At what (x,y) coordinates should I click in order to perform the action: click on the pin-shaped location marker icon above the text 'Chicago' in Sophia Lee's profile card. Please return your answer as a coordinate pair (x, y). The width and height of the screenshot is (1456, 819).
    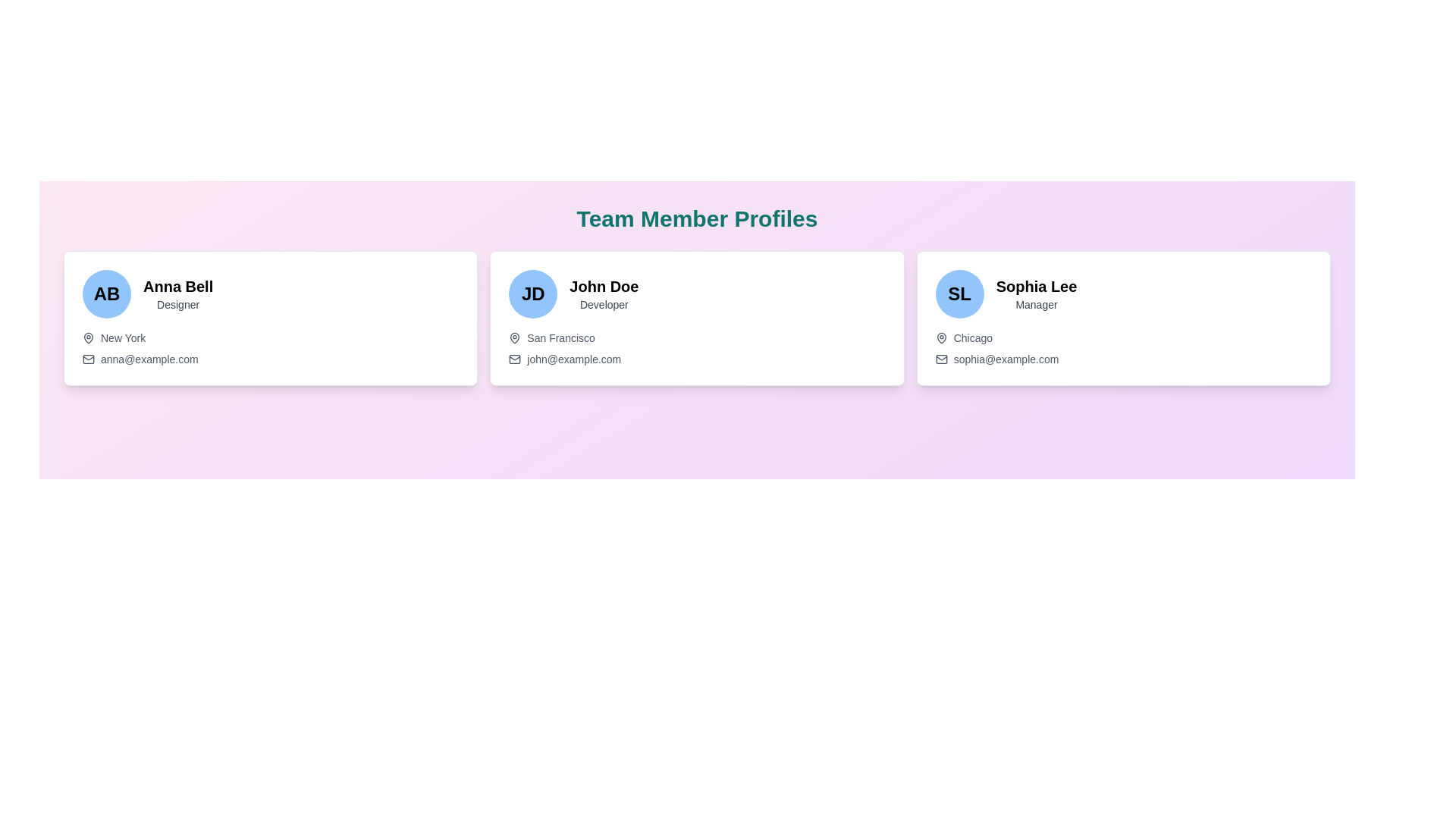
    Looking at the image, I should click on (940, 337).